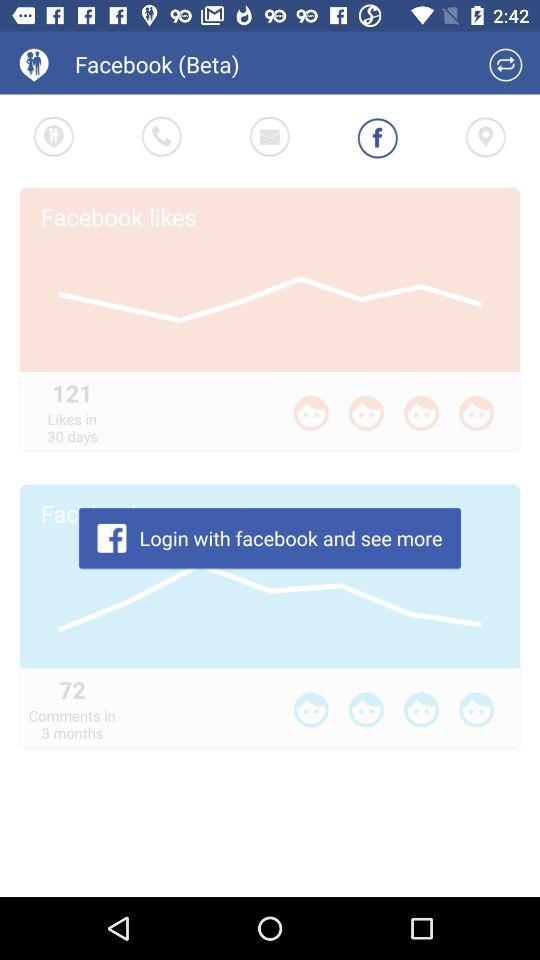  Describe the element at coordinates (504, 65) in the screenshot. I see `the page` at that location.